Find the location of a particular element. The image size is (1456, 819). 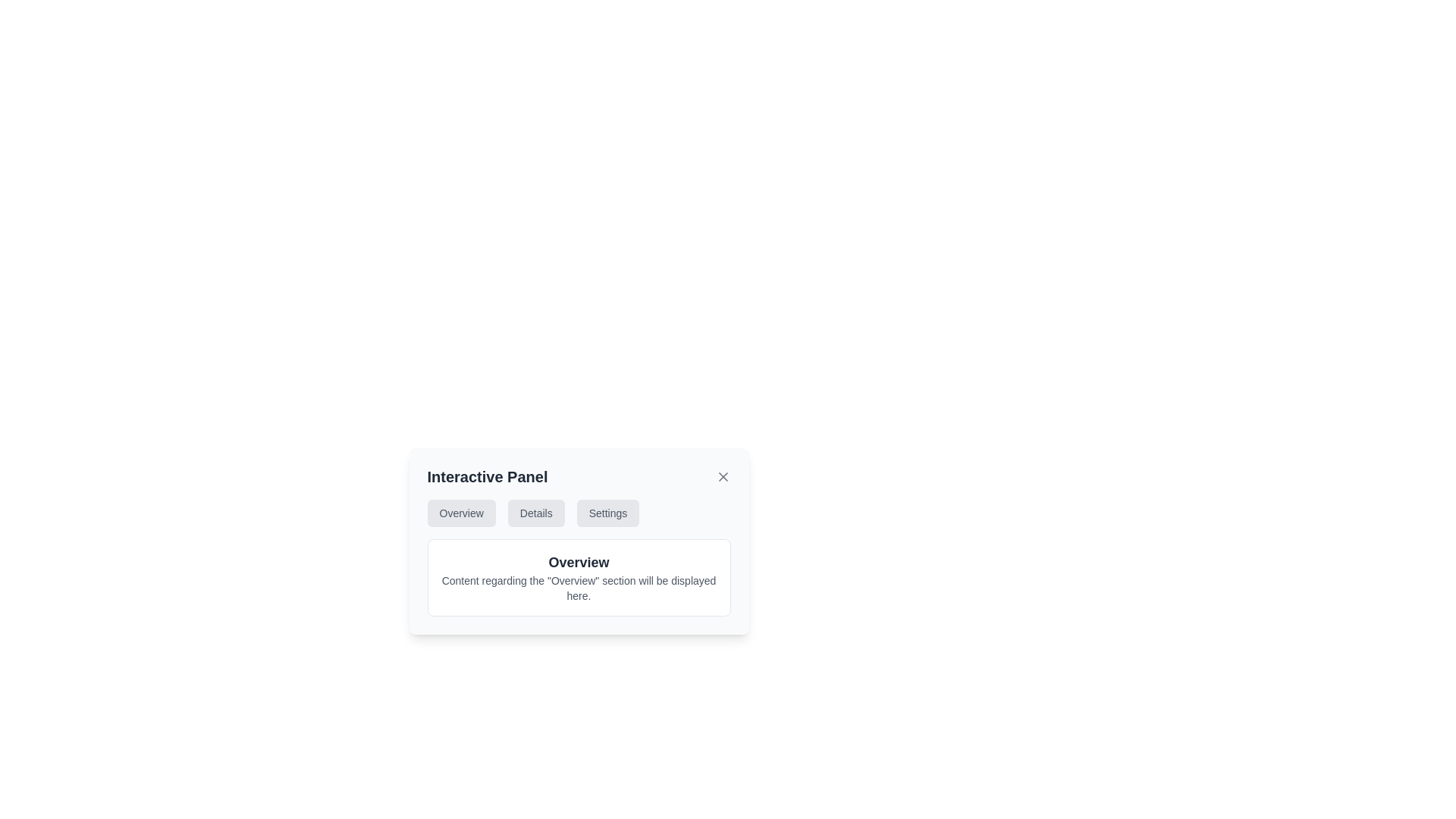

the 'Overview' button in the Navigation bar to change its hover state is located at coordinates (578, 513).